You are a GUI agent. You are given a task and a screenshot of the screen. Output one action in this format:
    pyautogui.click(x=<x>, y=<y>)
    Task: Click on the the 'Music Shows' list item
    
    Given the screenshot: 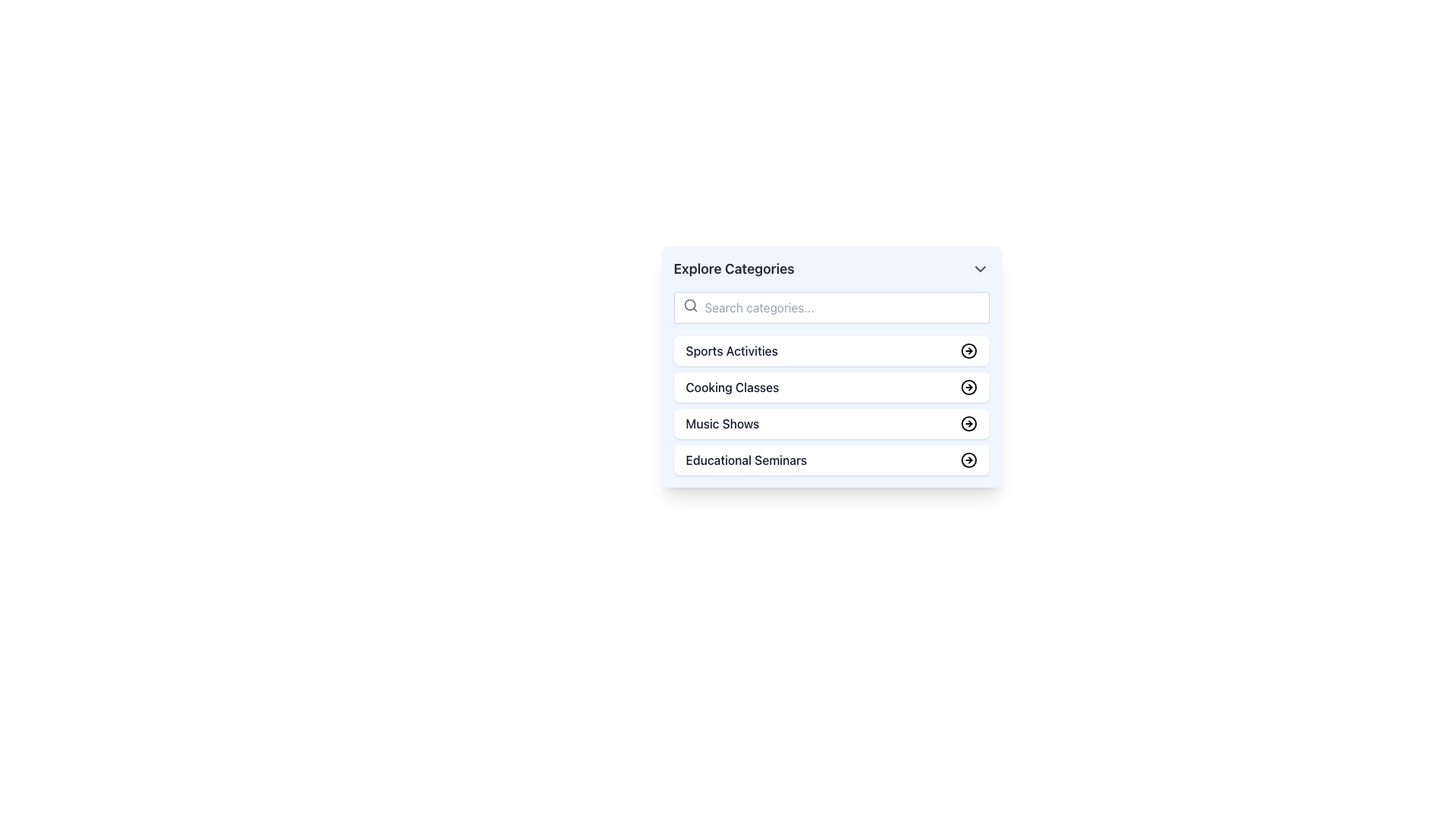 What is the action you would take?
    pyautogui.click(x=830, y=424)
    